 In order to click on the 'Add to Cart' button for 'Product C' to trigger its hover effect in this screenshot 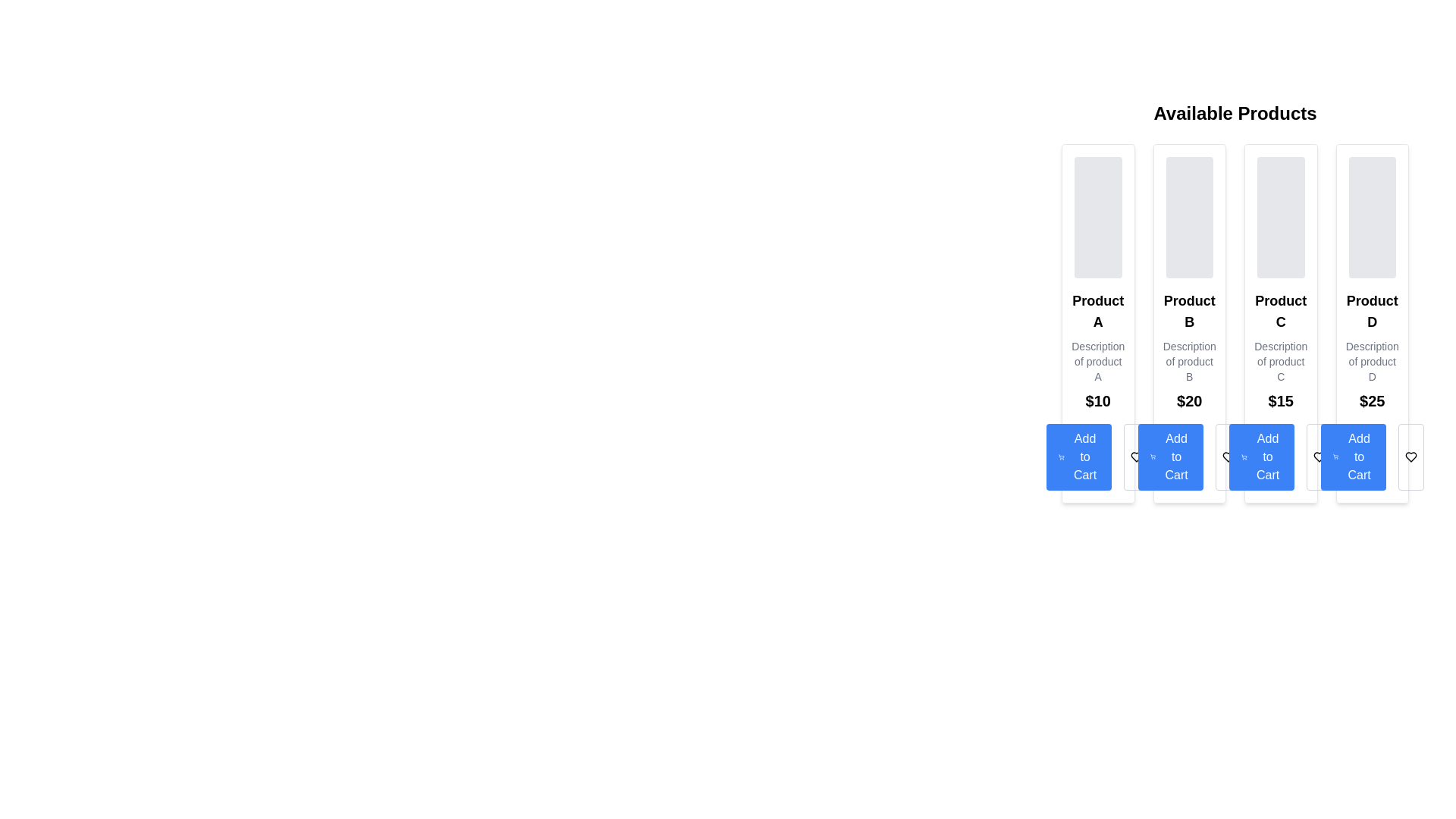, I will do `click(1280, 456)`.